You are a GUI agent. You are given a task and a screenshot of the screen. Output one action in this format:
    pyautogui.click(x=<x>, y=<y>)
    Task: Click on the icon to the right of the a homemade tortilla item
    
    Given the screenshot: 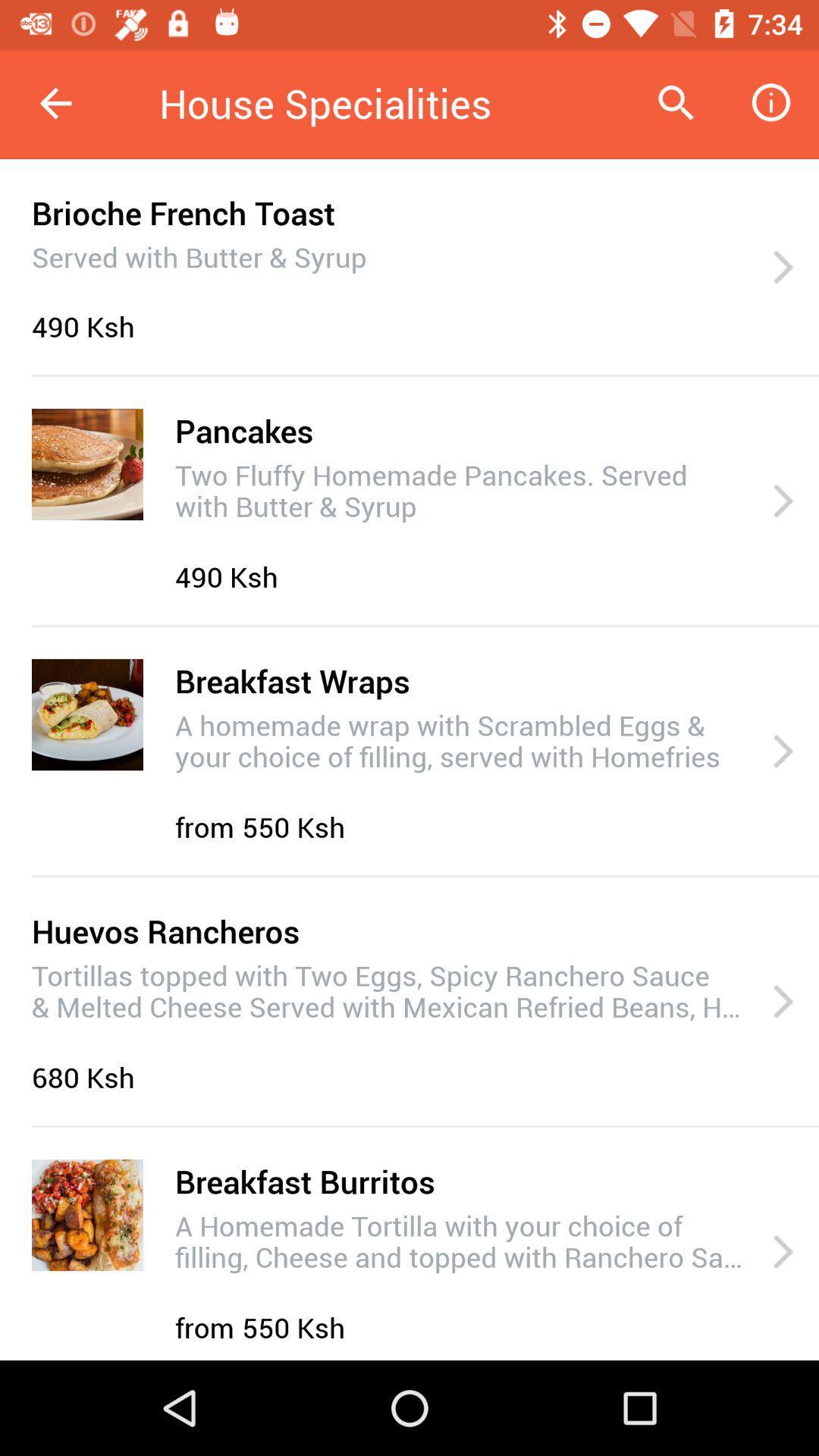 What is the action you would take?
    pyautogui.click(x=783, y=1252)
    